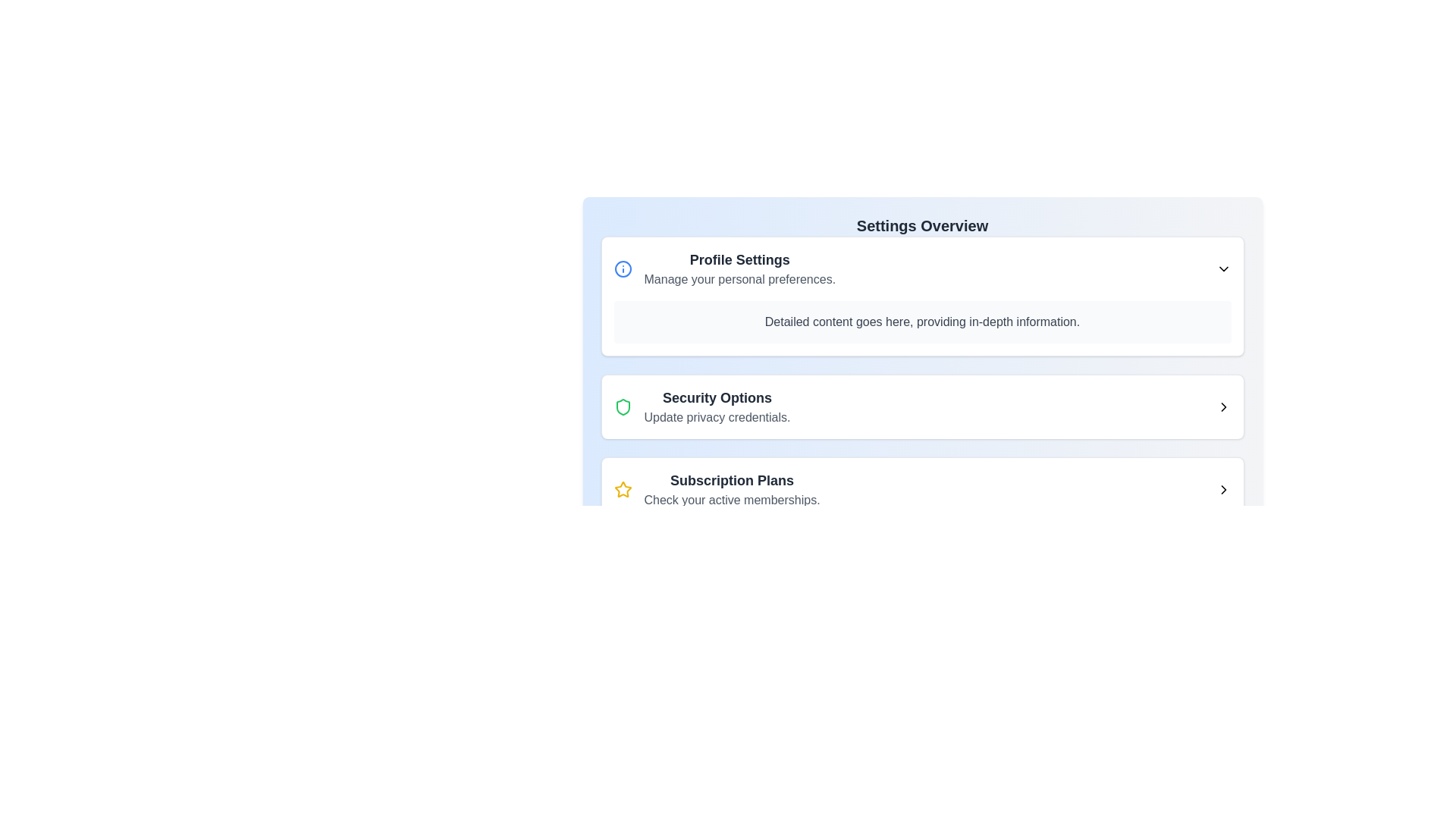 This screenshot has height=819, width=1456. What do you see at coordinates (1223, 268) in the screenshot?
I see `the Chevron Down icon located at the far right of the 'Profile Settings' section` at bounding box center [1223, 268].